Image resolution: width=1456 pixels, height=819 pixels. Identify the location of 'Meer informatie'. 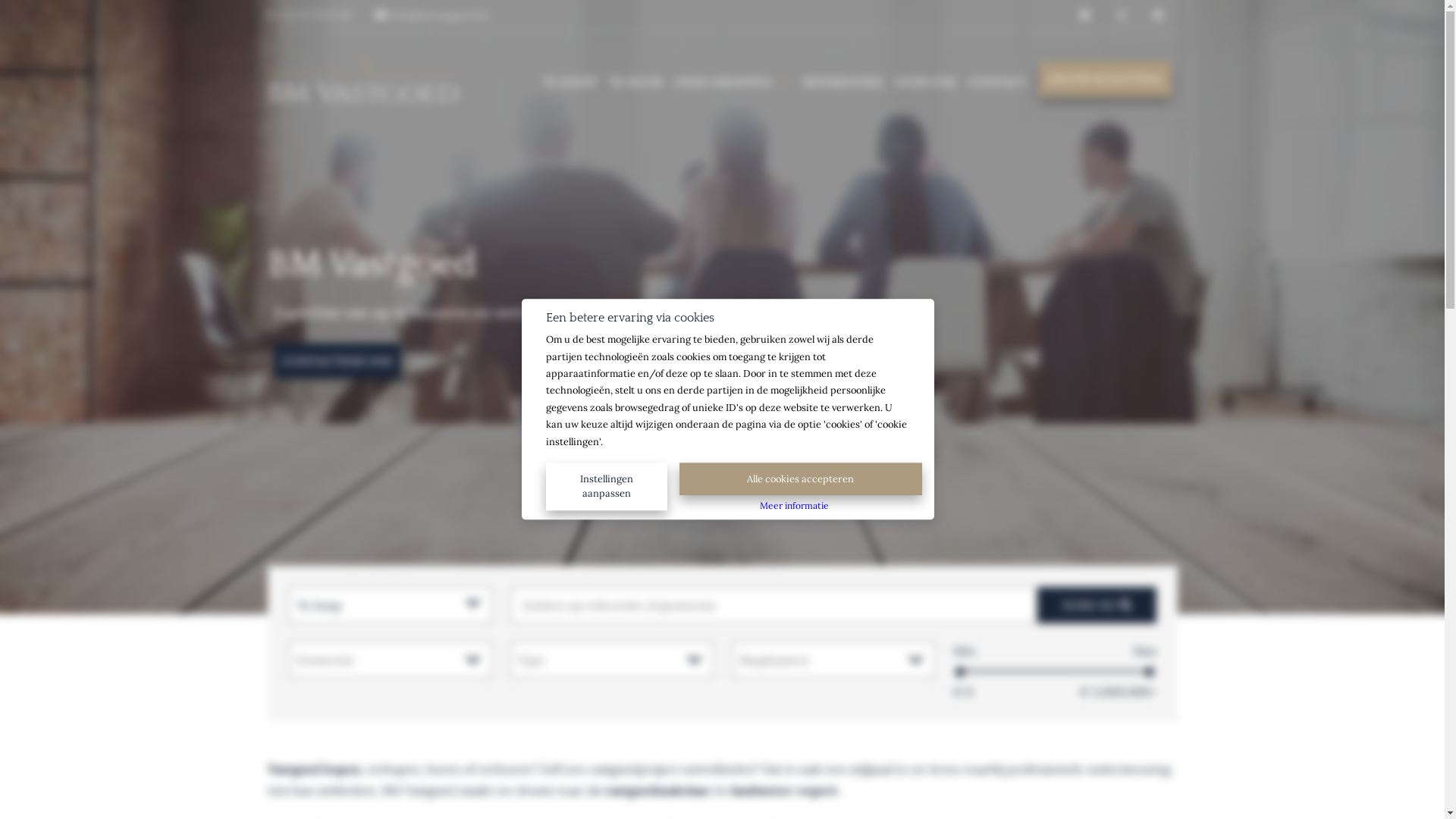
(760, 505).